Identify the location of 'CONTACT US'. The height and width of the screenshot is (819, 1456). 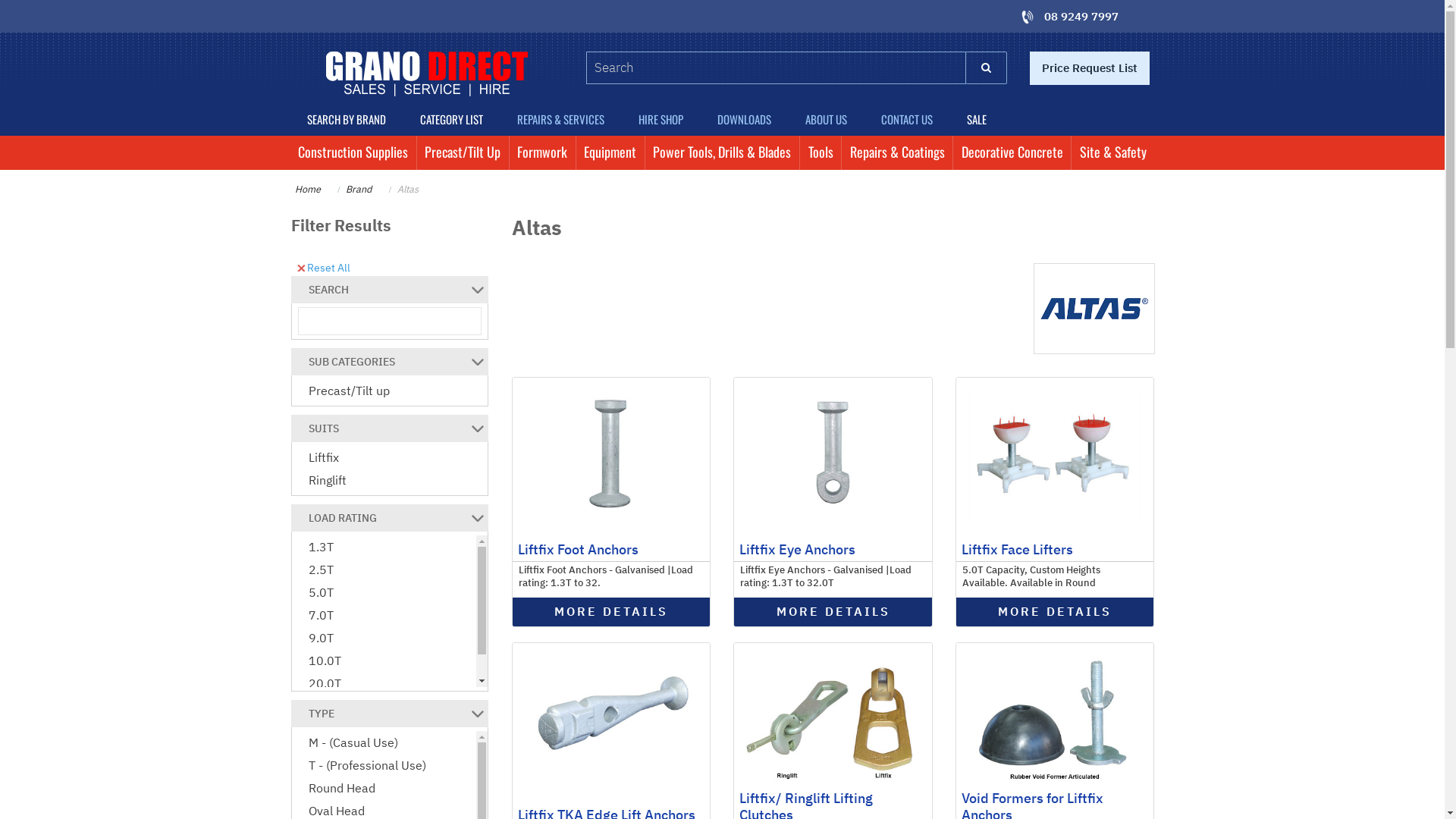
(907, 119).